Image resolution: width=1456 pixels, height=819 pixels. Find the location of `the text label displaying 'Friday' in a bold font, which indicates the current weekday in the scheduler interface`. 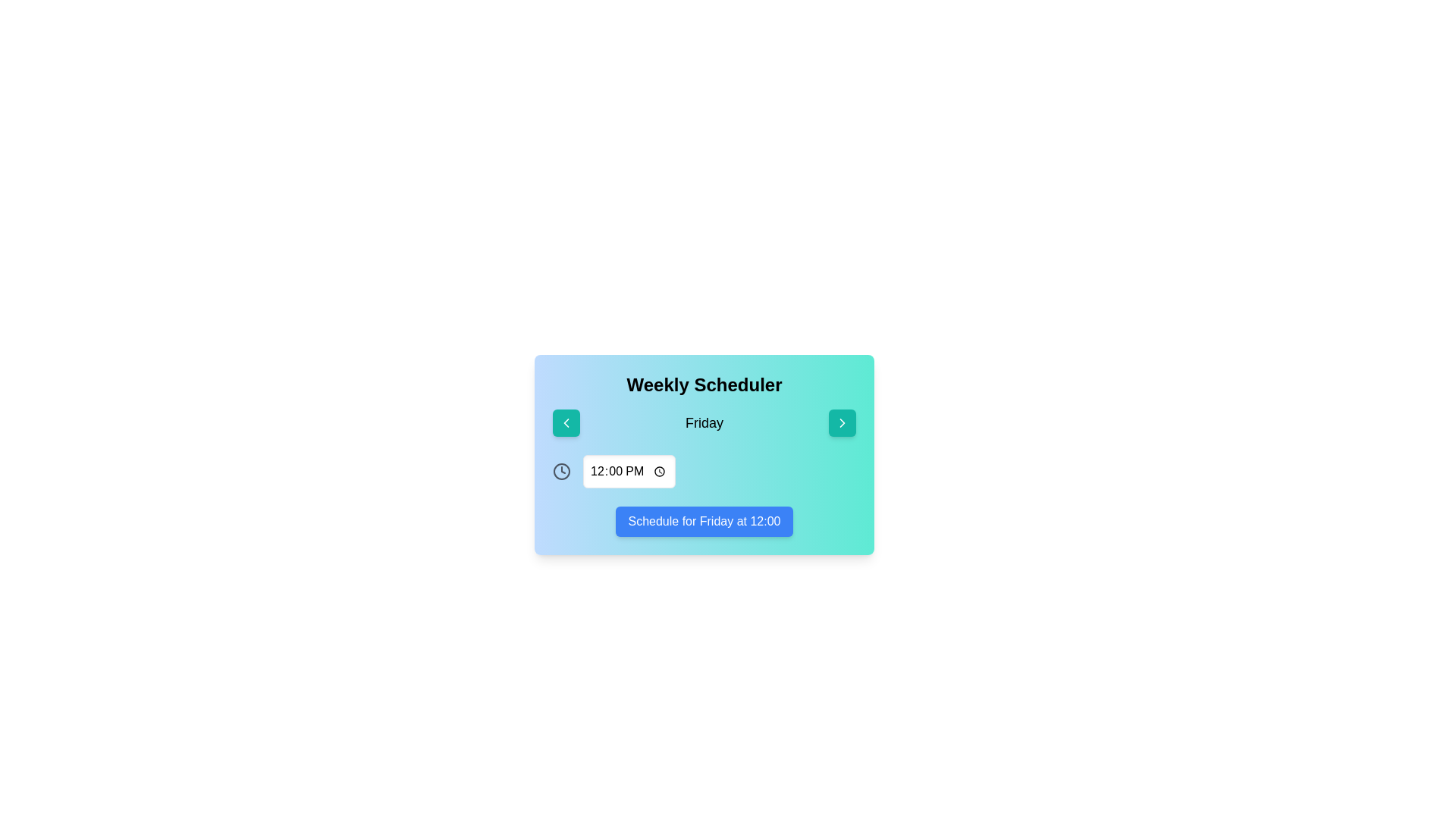

the text label displaying 'Friday' in a bold font, which indicates the current weekday in the scheduler interface is located at coordinates (703, 423).